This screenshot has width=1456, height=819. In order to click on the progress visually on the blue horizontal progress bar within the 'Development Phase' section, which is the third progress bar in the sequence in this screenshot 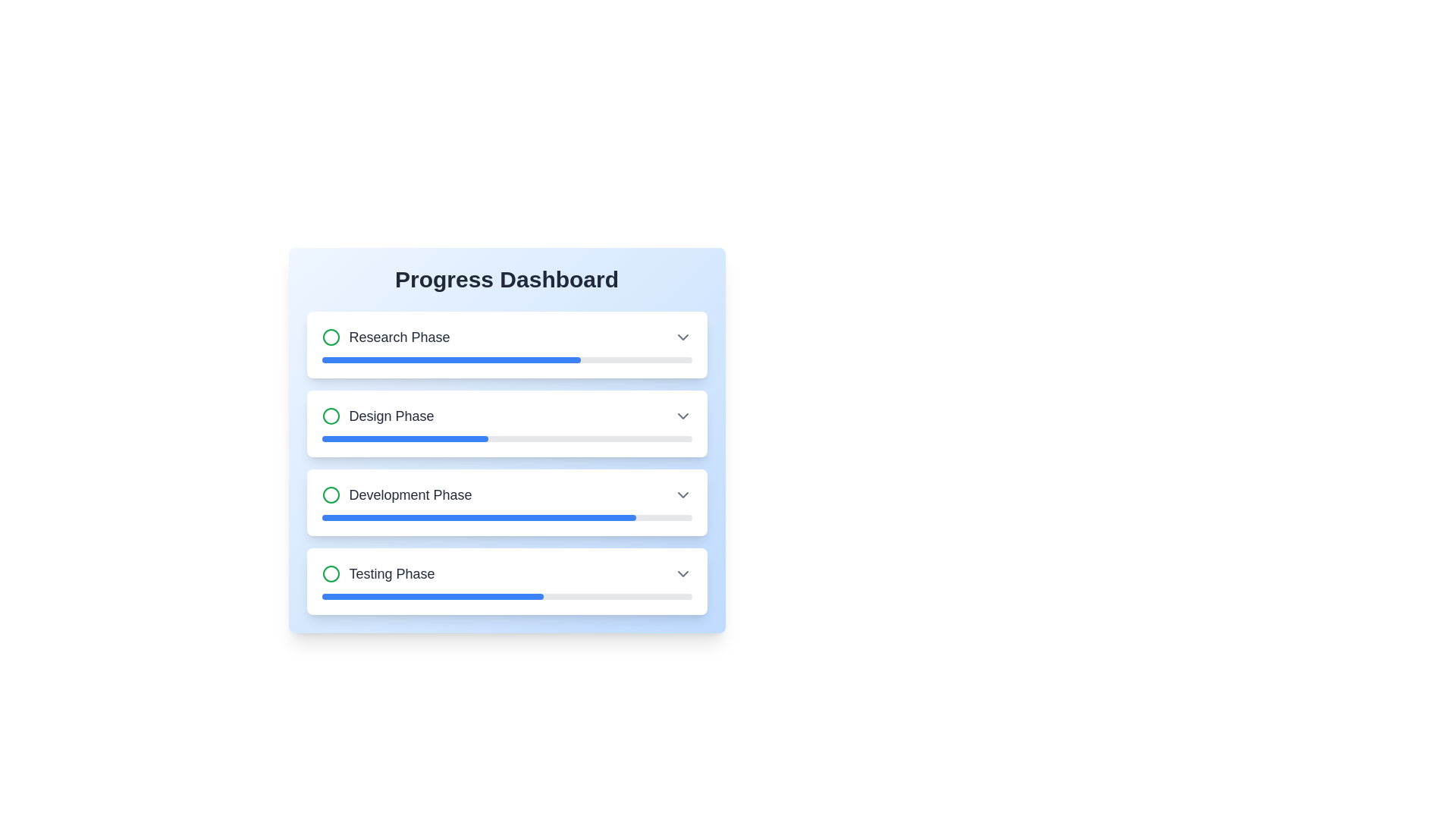, I will do `click(478, 516)`.